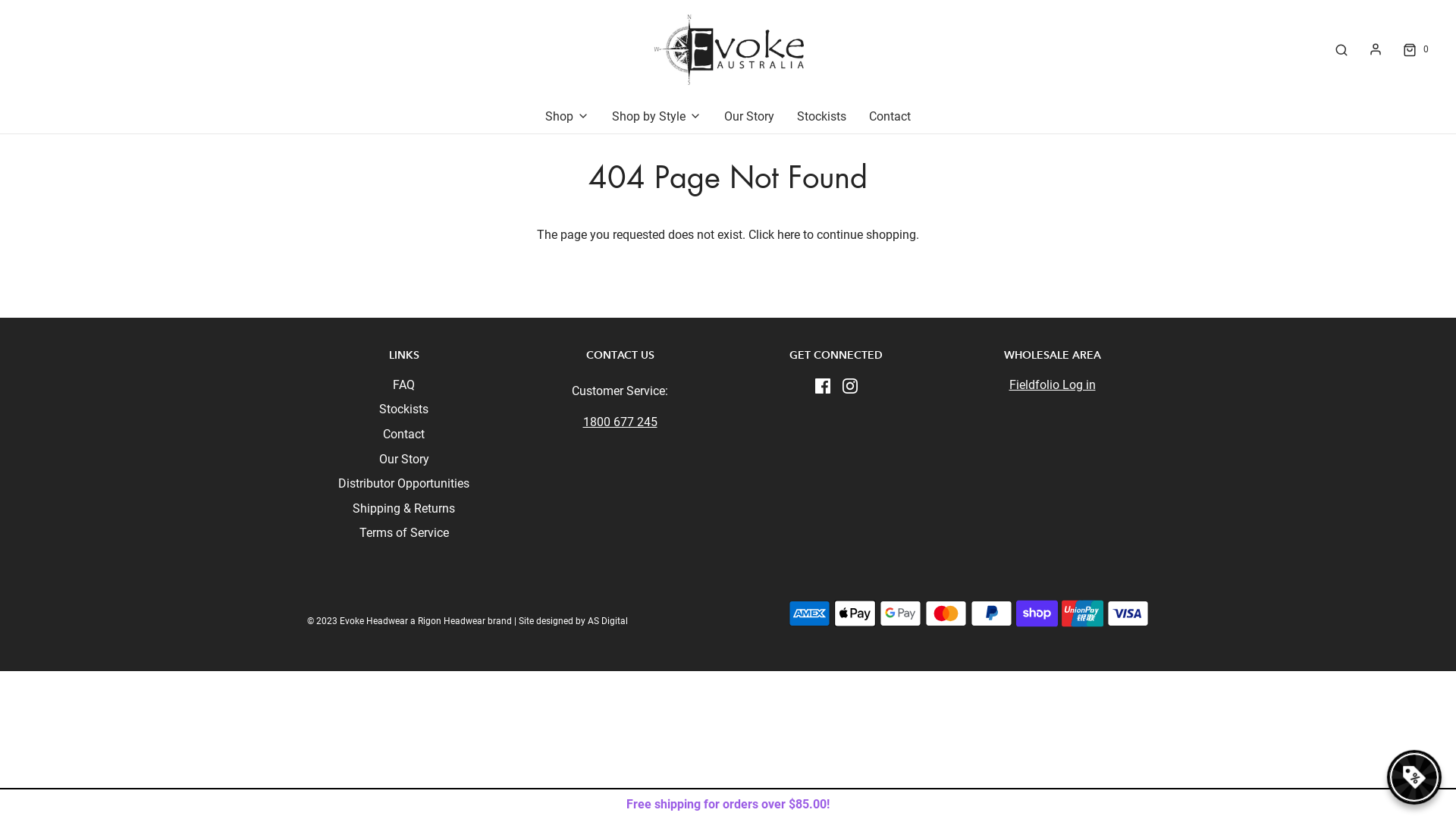  What do you see at coordinates (403, 461) in the screenshot?
I see `'Our Story'` at bounding box center [403, 461].